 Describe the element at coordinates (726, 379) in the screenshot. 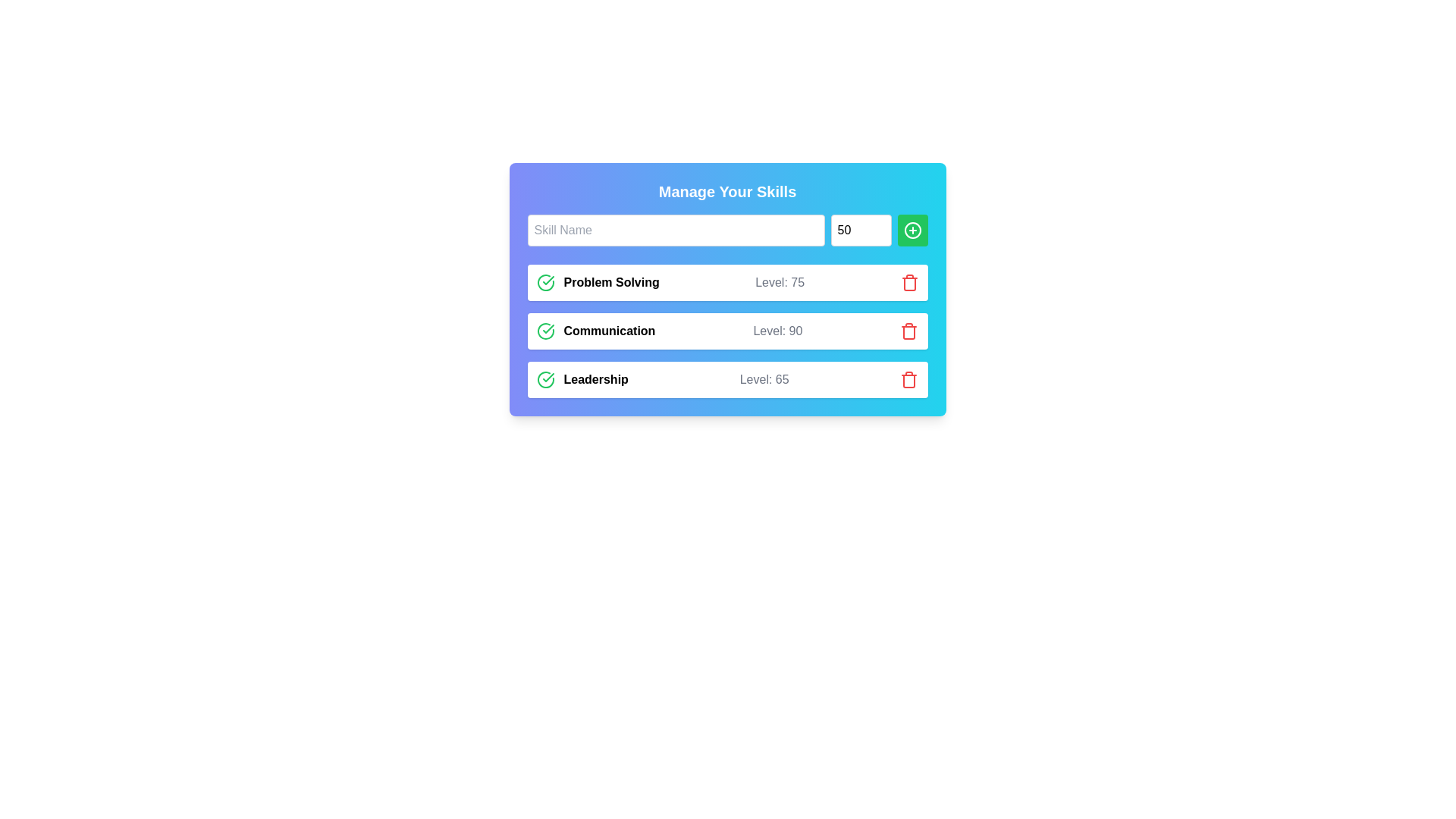

I see `skill level information displayed in the Skill item labeled 'Leadership', which shows 'Level: 65' in gray color` at that location.